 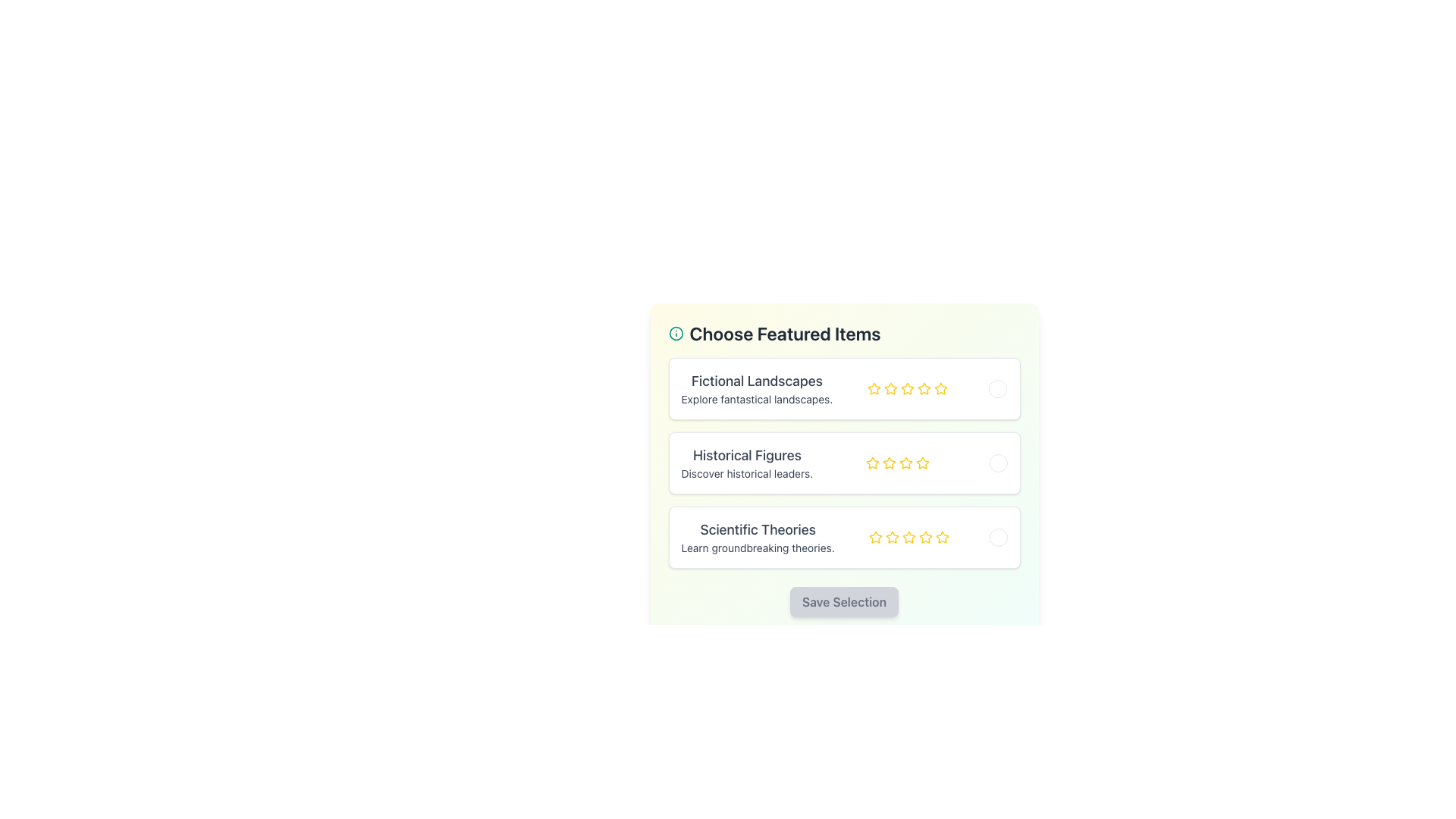 I want to click on the action button to finalize or save the user's selection, located below the 'Choose Featured Items' list and directly beneath the three rating items, so click(x=843, y=601).